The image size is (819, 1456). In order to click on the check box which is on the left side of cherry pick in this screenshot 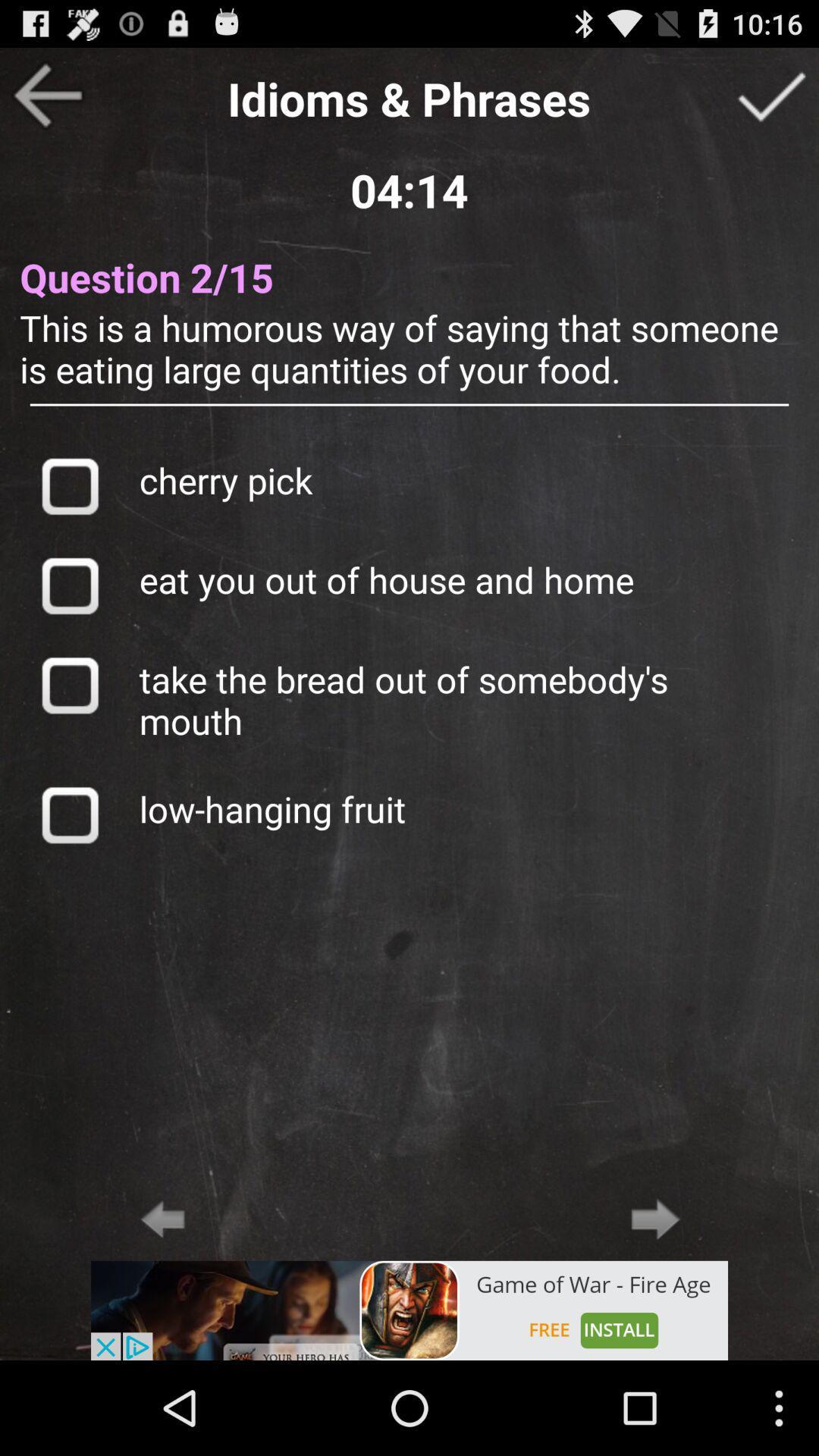, I will do `click(70, 486)`.